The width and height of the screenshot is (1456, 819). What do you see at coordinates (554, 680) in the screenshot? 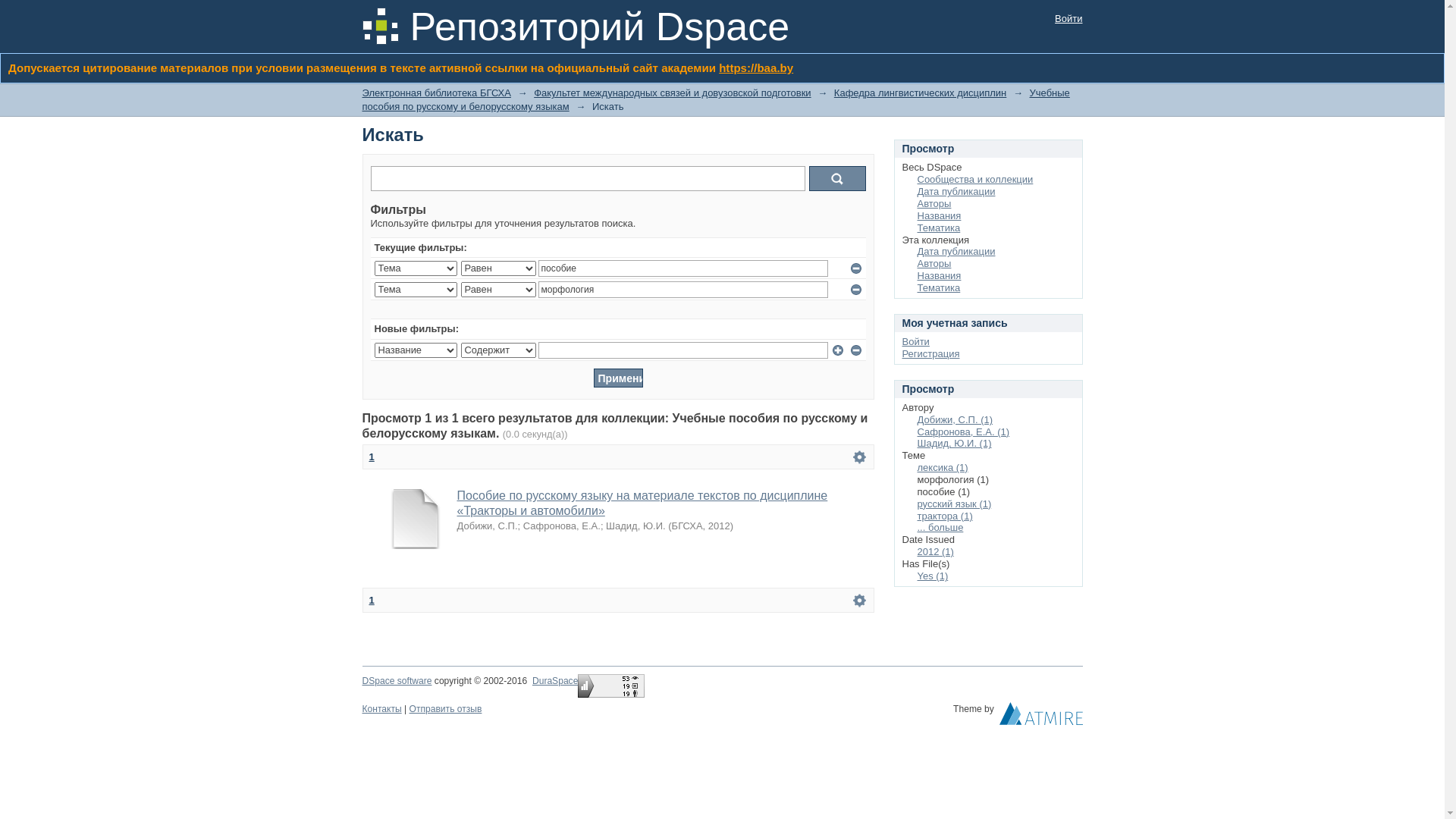
I see `'DuraSpace'` at bounding box center [554, 680].